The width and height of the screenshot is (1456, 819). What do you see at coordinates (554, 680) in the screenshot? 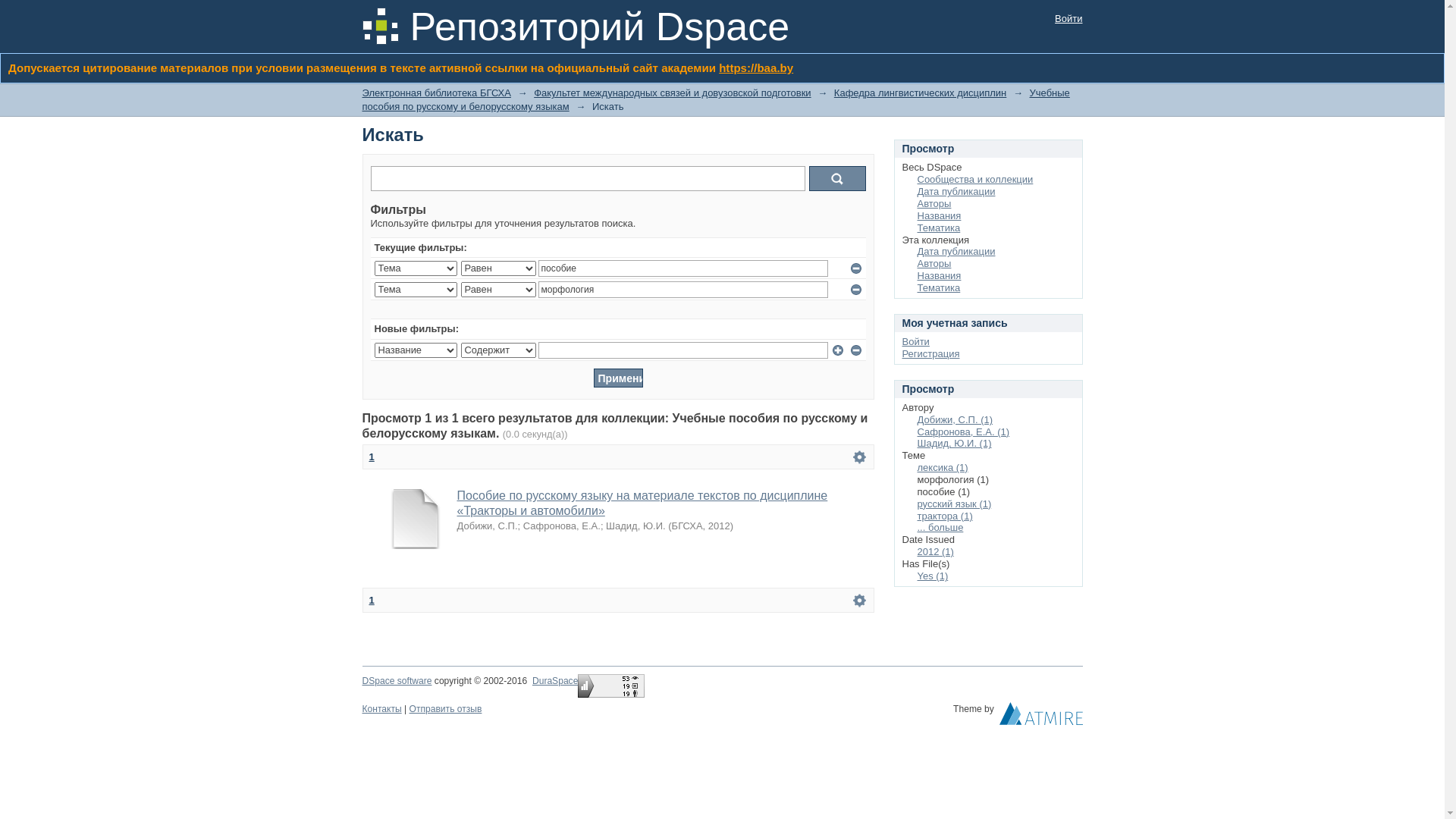
I see `'DuraSpace'` at bounding box center [554, 680].